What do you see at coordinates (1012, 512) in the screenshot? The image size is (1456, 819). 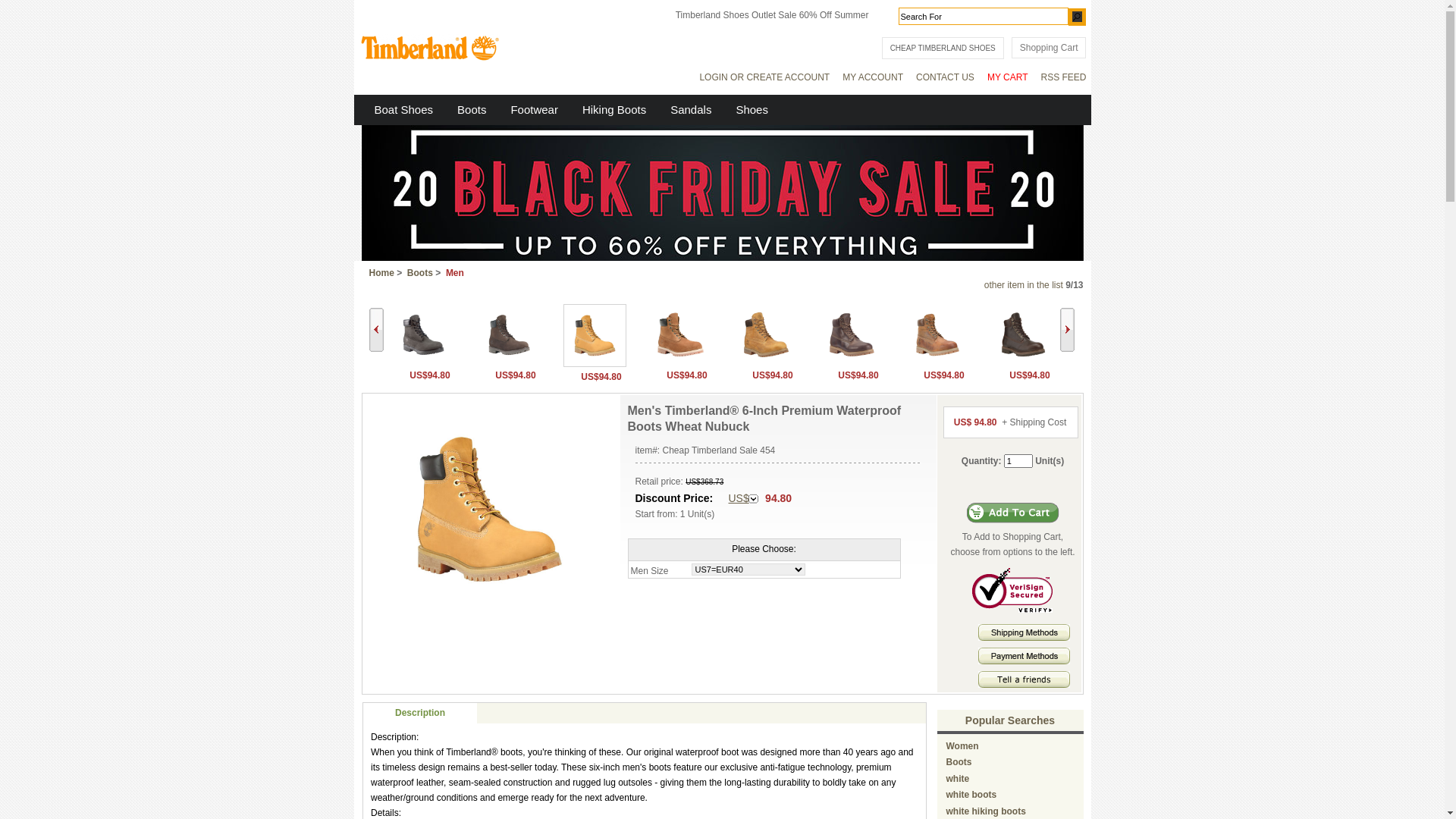 I see `'Add to Cart'` at bounding box center [1012, 512].